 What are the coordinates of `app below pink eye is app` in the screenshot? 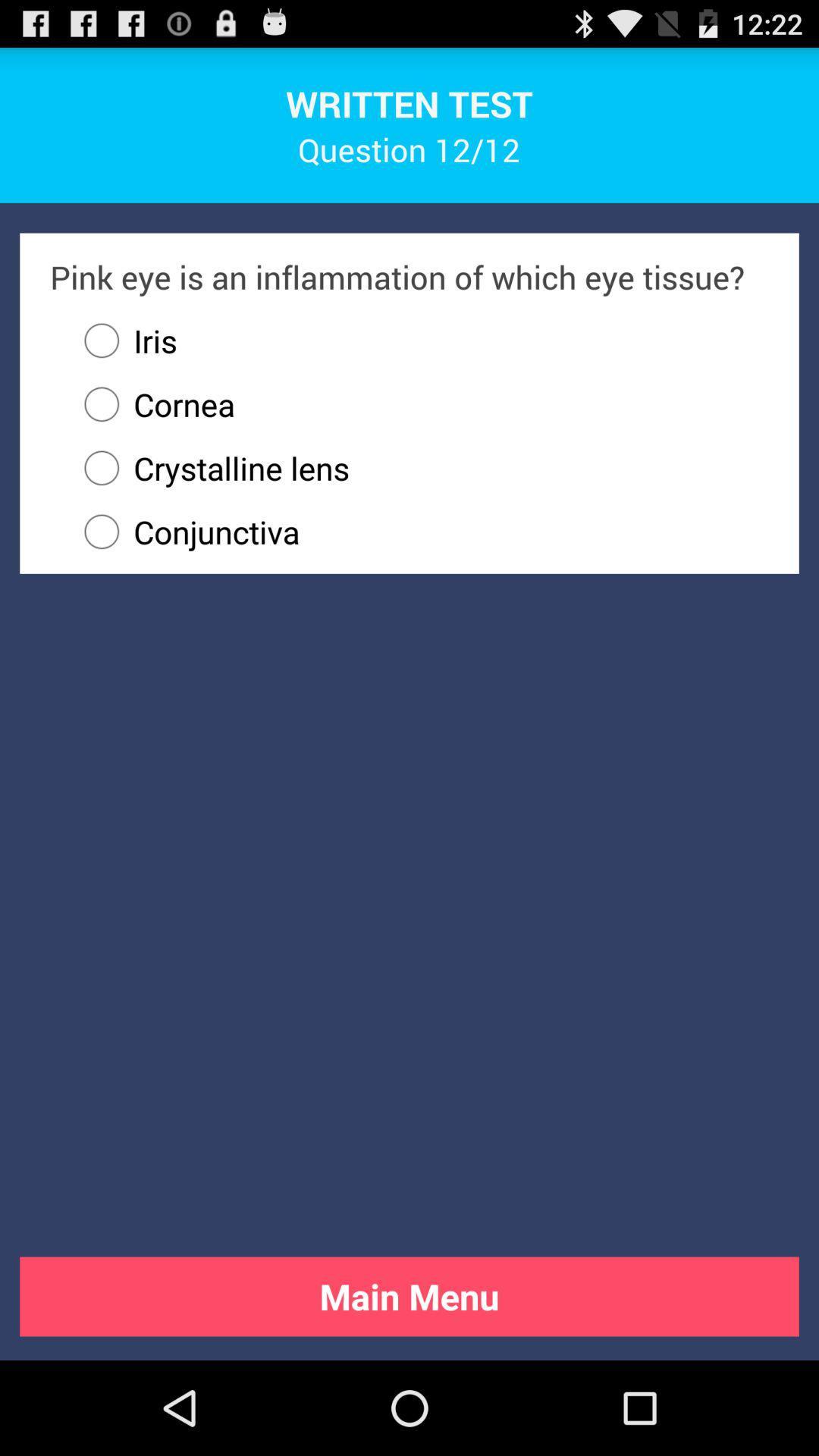 It's located at (123, 340).